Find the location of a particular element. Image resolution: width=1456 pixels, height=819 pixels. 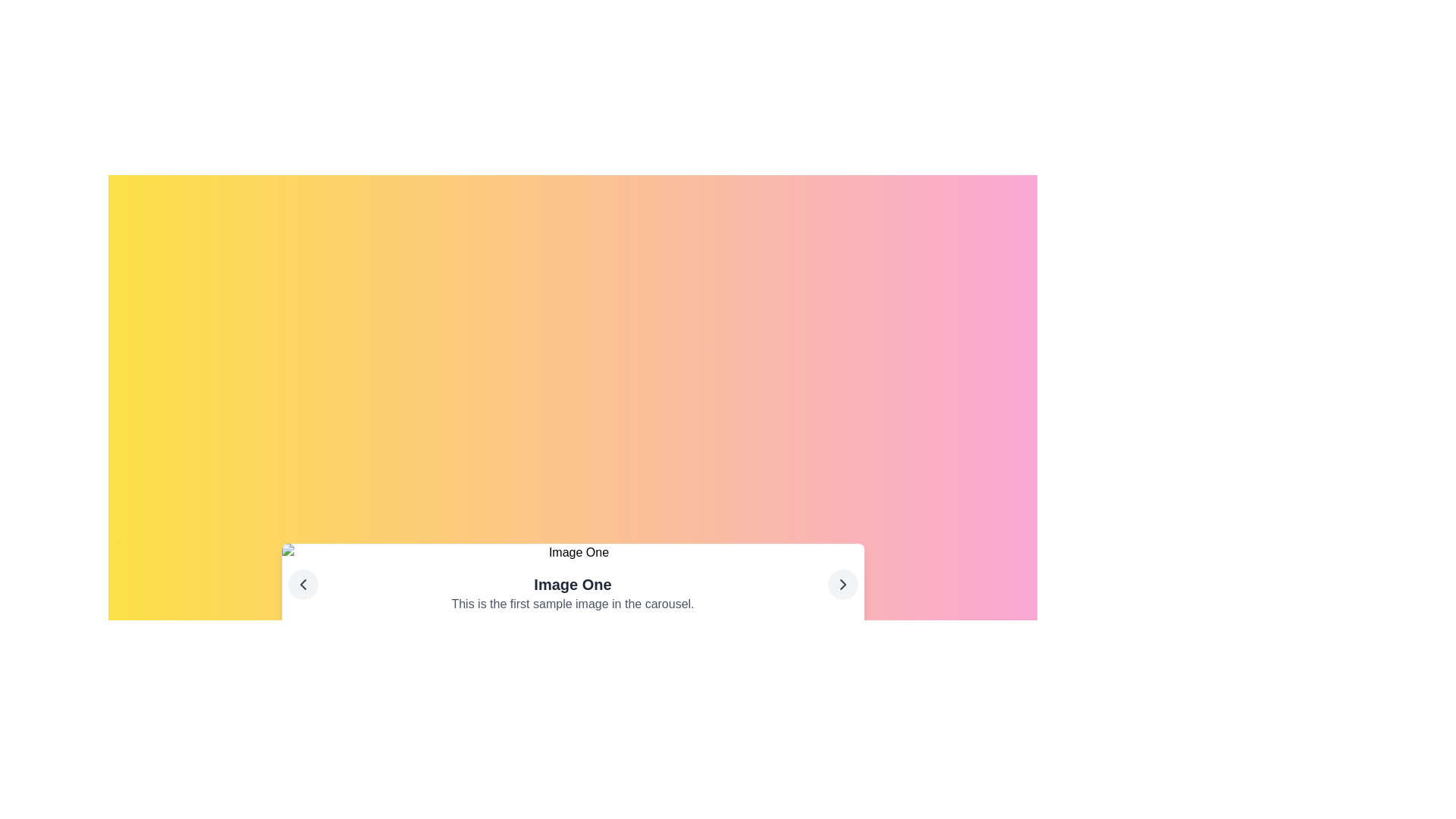

the static text element that provides additional information about the image displayed in the carousel, positioned below the title text 'Image One' is located at coordinates (572, 604).